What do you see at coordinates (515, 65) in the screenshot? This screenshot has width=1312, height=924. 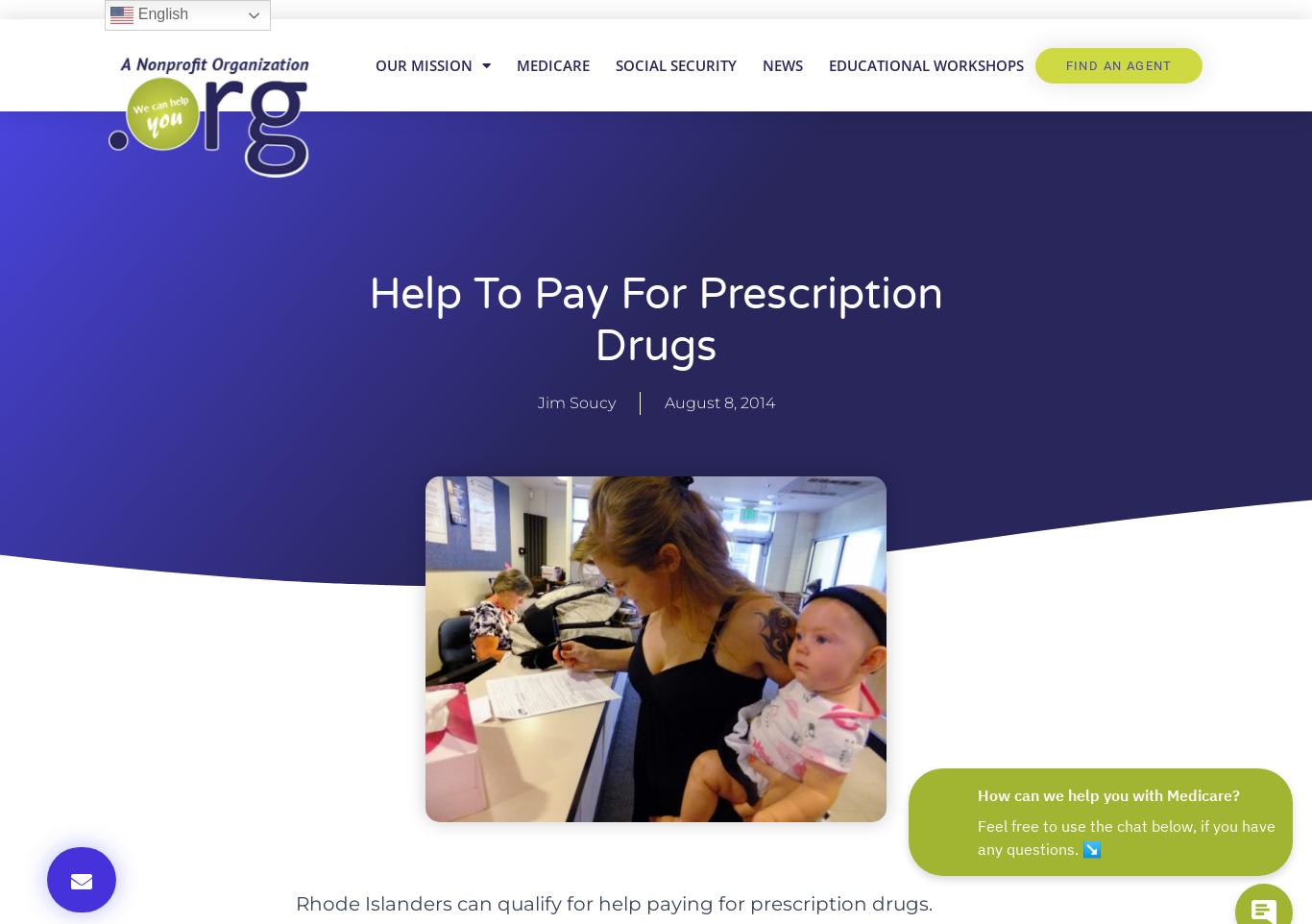 I see `'Medicare'` at bounding box center [515, 65].